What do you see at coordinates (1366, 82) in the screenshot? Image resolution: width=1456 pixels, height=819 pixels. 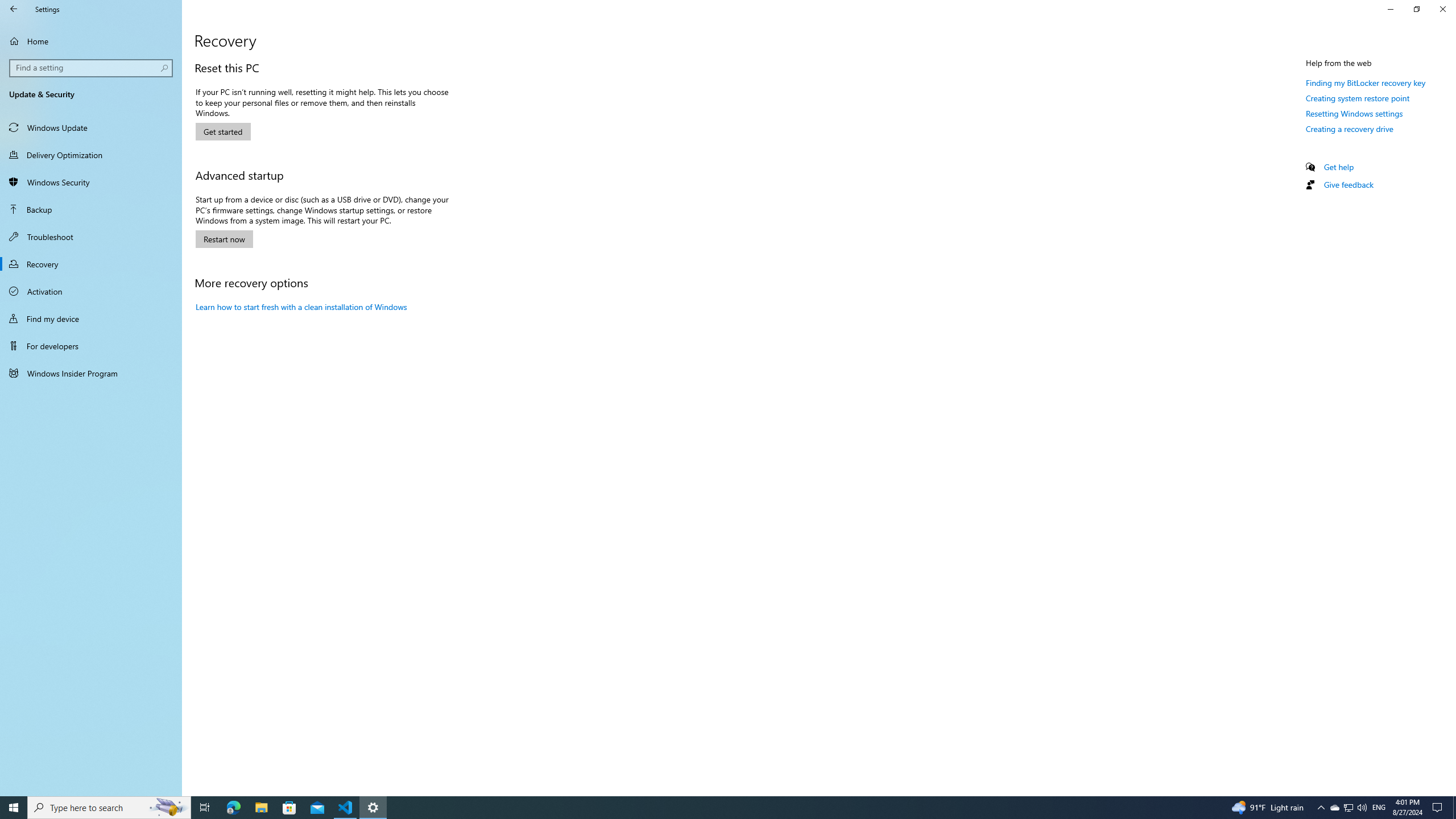 I see `'Finding my BitLocker recovery key'` at bounding box center [1366, 82].